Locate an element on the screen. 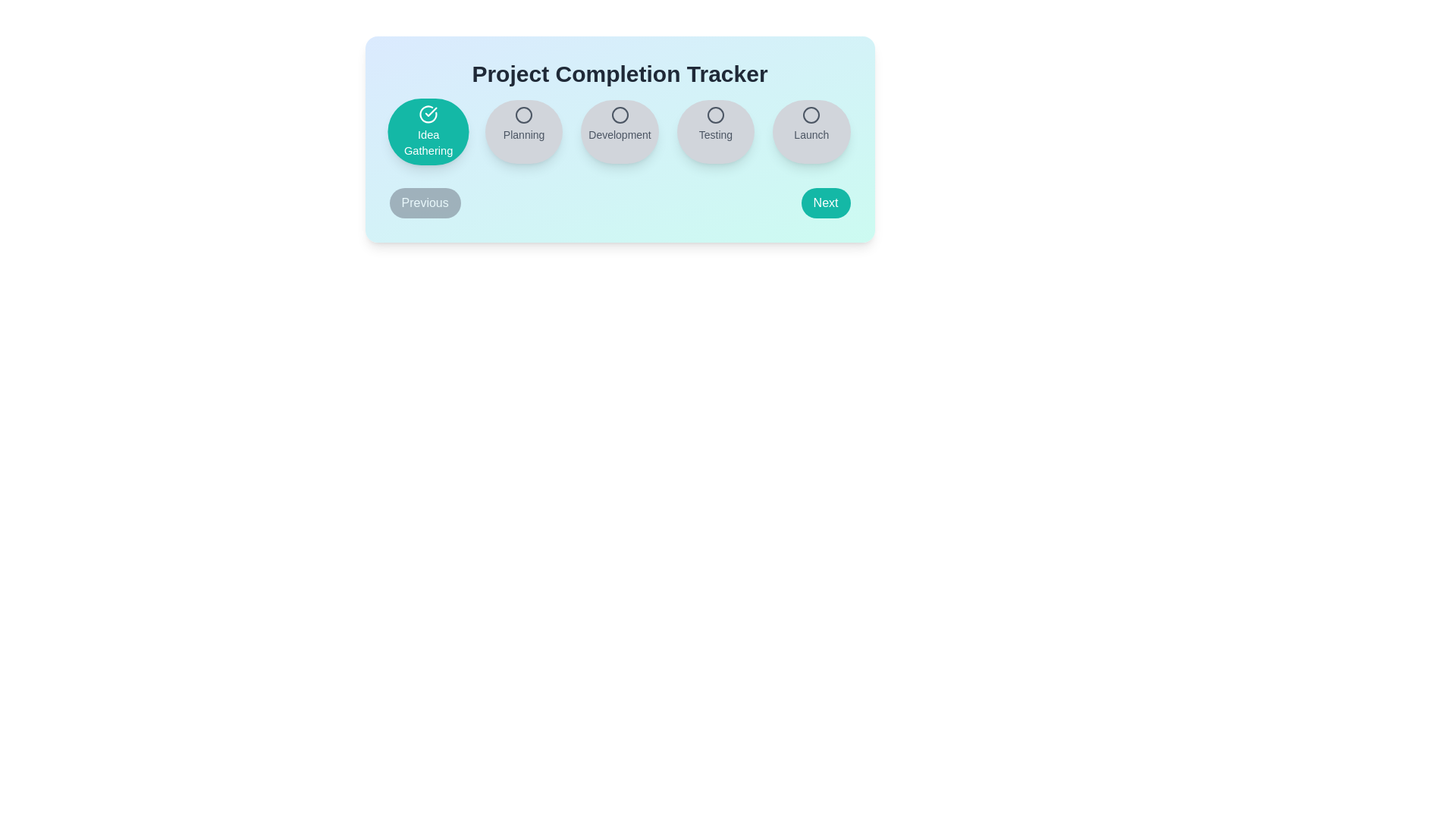 The image size is (1456, 819). the circular stage button in the Project Completion Tracker navigation bar is located at coordinates (620, 130).